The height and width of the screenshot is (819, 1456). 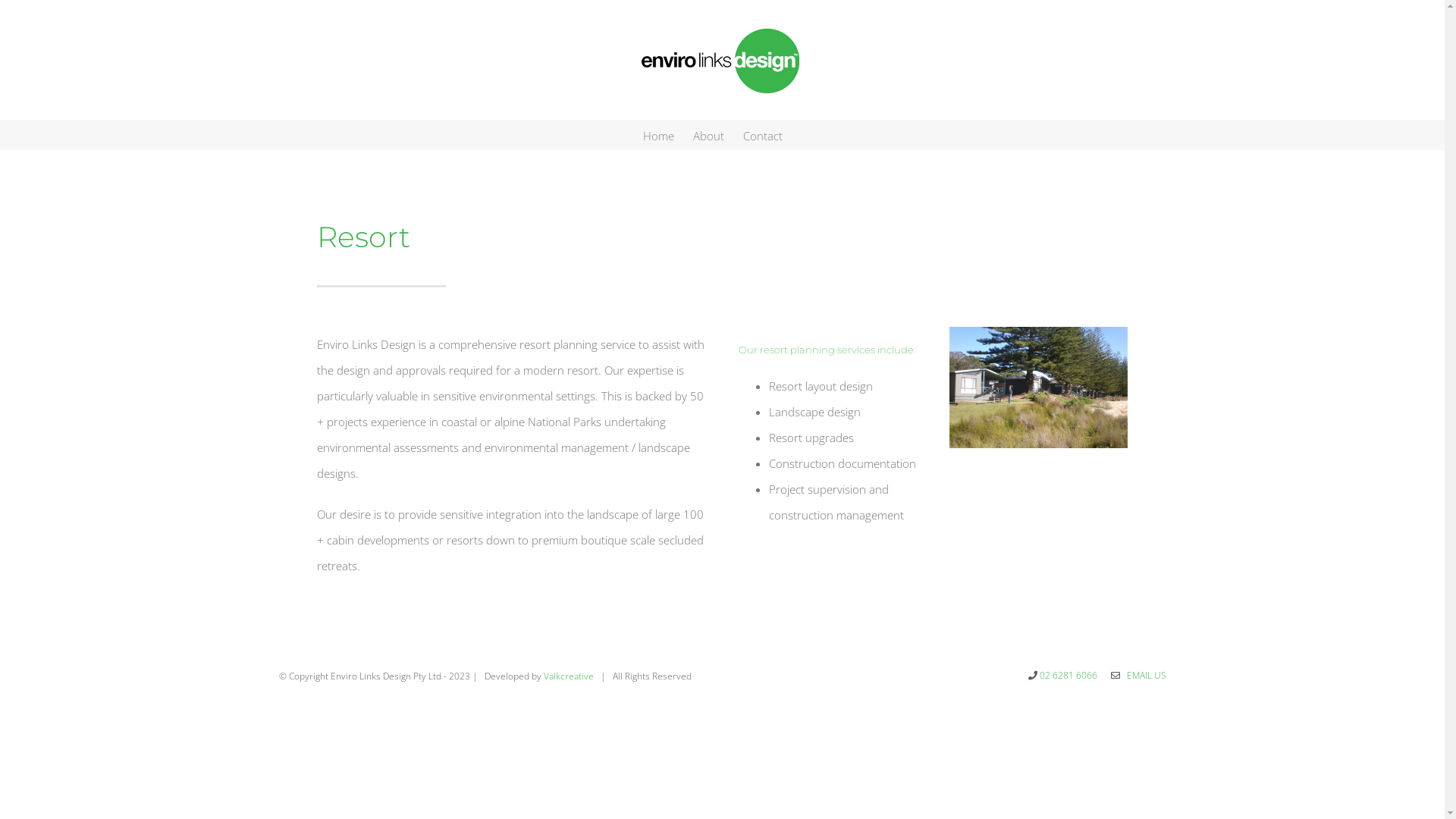 I want to click on 'Valkcreative', so click(x=566, y=675).